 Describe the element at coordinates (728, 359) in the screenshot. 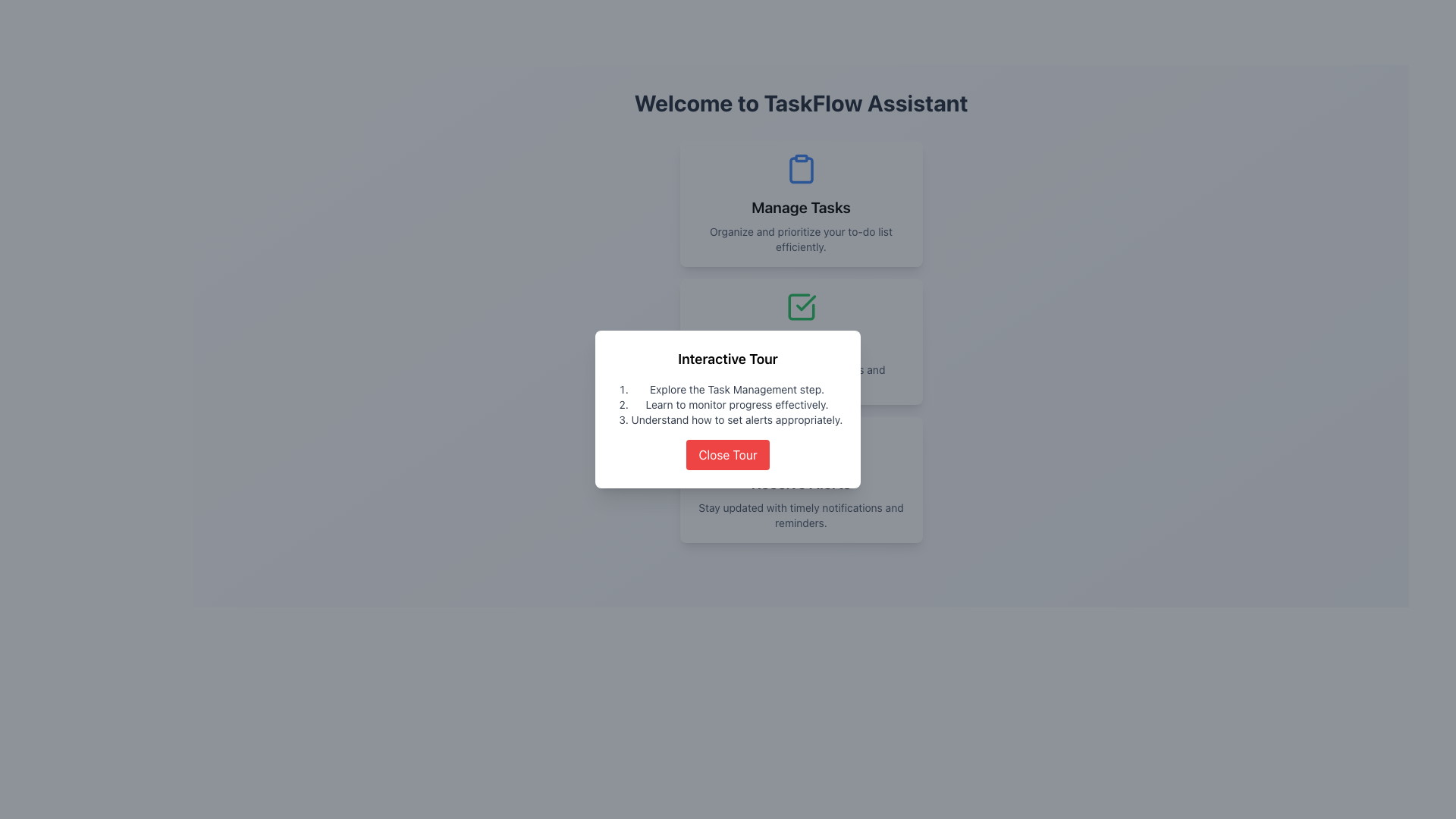

I see `the Text Label (Header Style) that serves as the title of the modal box, which is positioned at the top center of the modal, indicating the purpose of the content` at that location.